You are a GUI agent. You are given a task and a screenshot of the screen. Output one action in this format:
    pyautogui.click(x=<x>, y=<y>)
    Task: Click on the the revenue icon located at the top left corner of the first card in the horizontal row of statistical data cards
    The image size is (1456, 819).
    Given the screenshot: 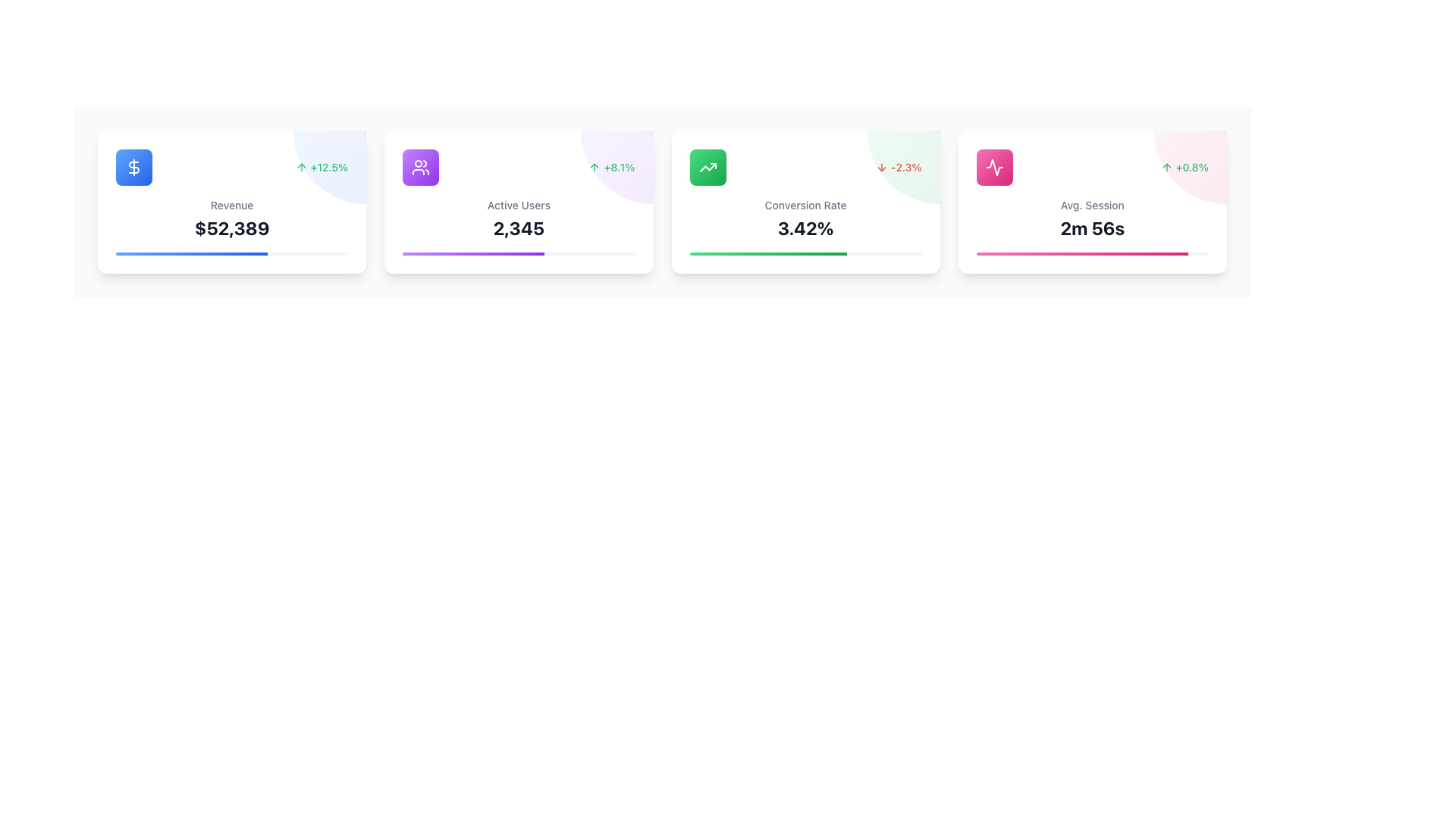 What is the action you would take?
    pyautogui.click(x=134, y=167)
    